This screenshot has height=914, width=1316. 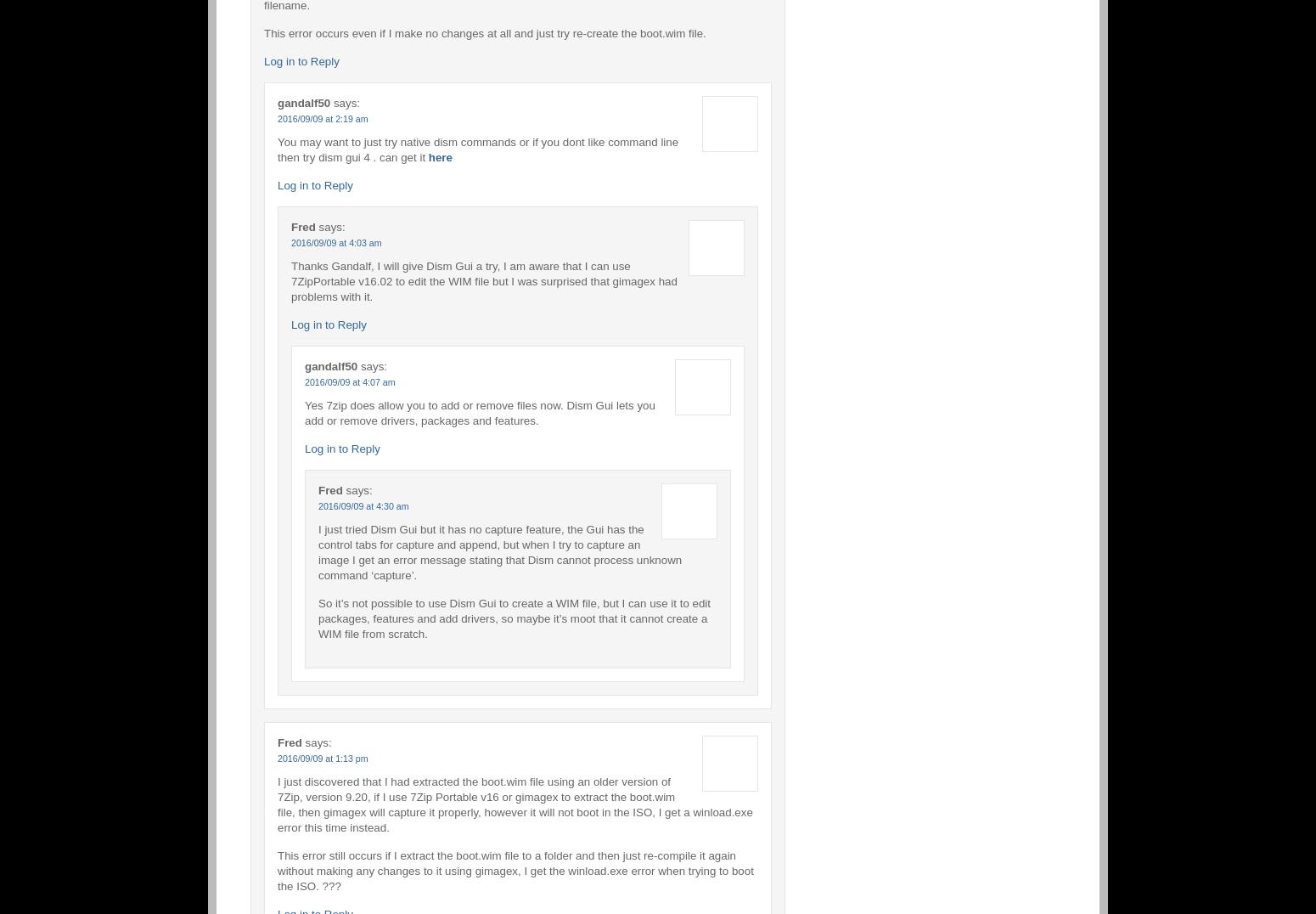 What do you see at coordinates (349, 381) in the screenshot?
I see `'2016/09/09 at 4:07 am'` at bounding box center [349, 381].